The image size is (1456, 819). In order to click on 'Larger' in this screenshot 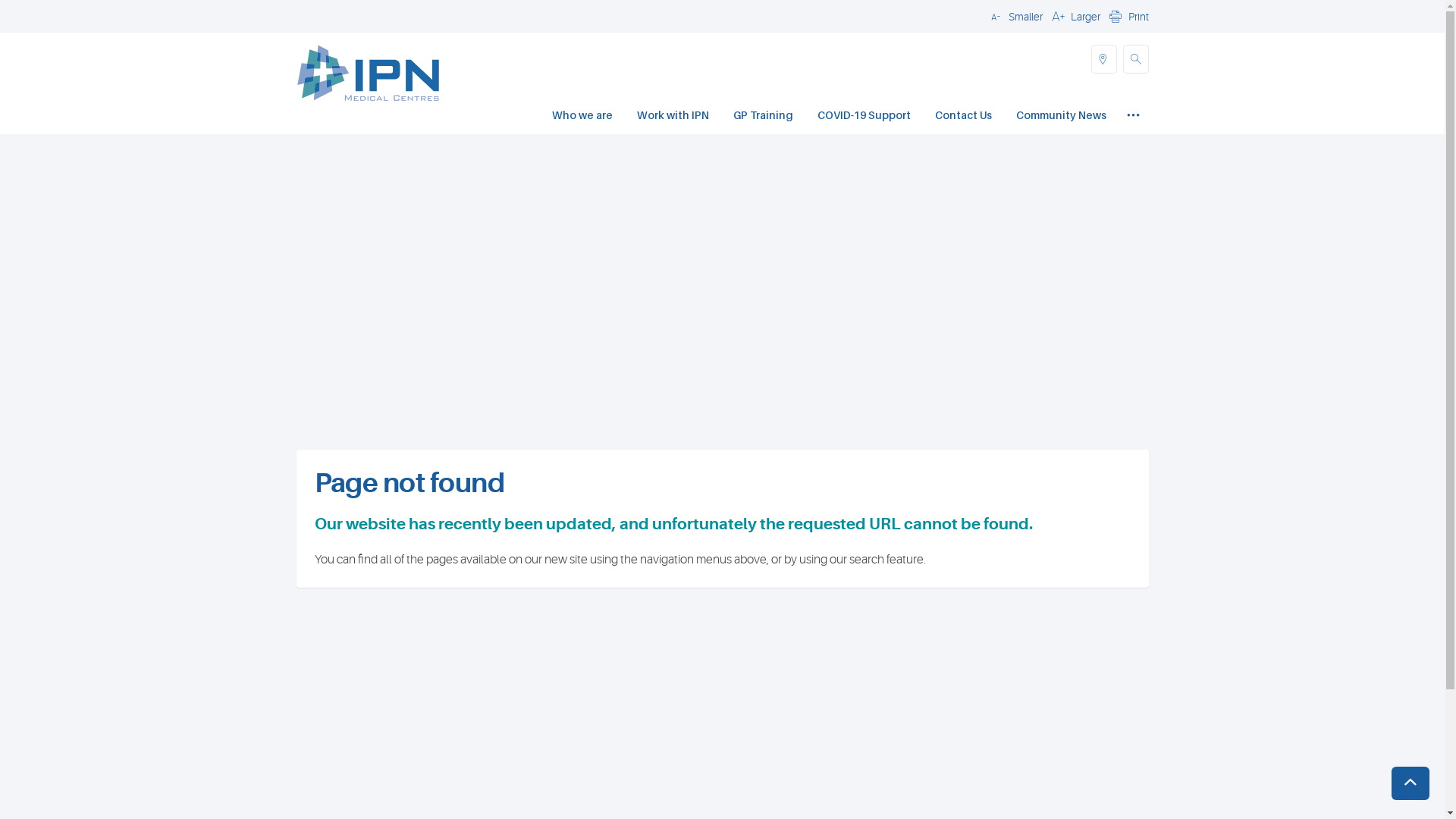, I will do `click(1073, 15)`.